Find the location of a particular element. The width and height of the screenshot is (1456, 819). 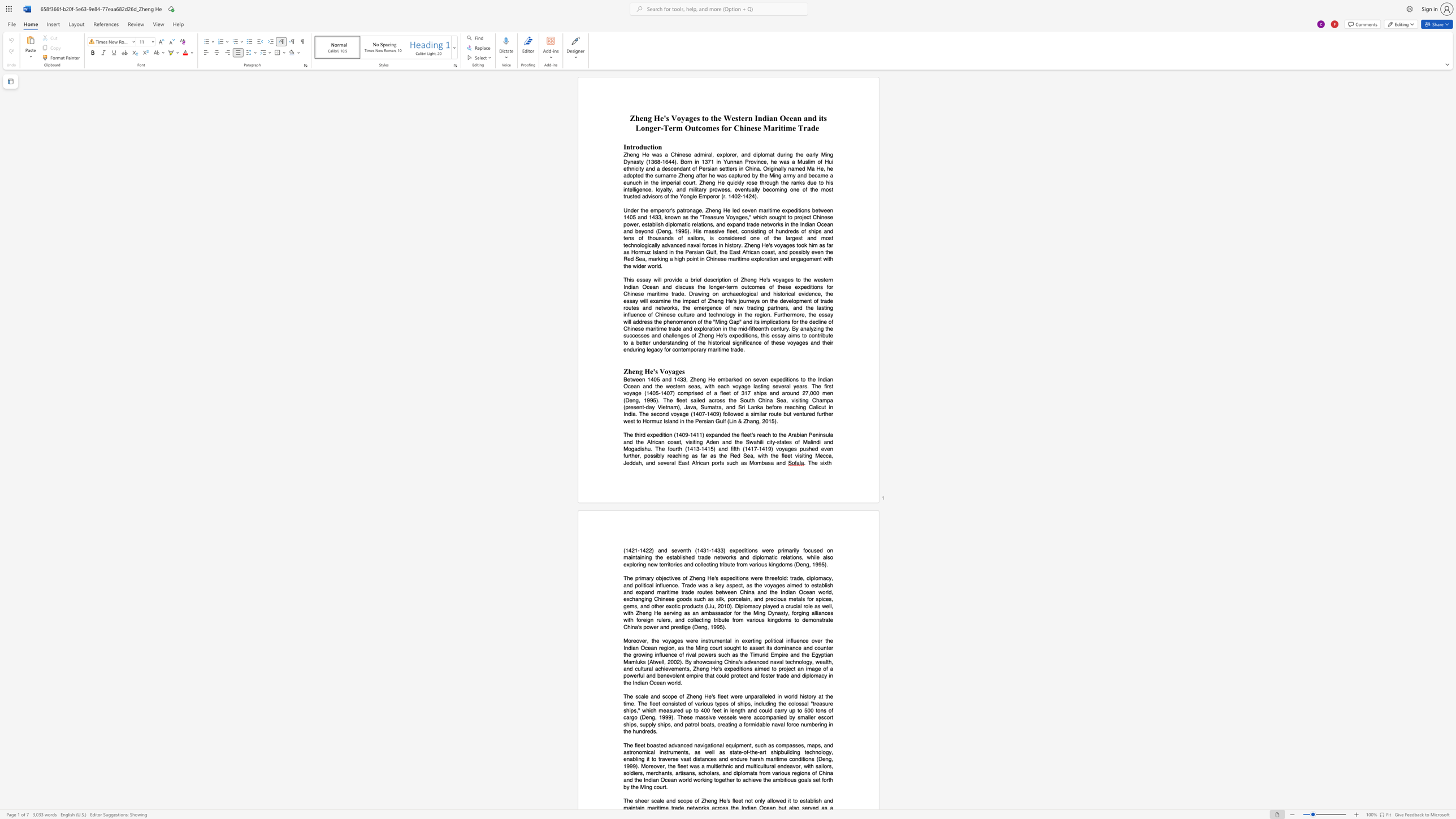

the space between the continuous character "H" and "e" in the text is located at coordinates (649, 371).